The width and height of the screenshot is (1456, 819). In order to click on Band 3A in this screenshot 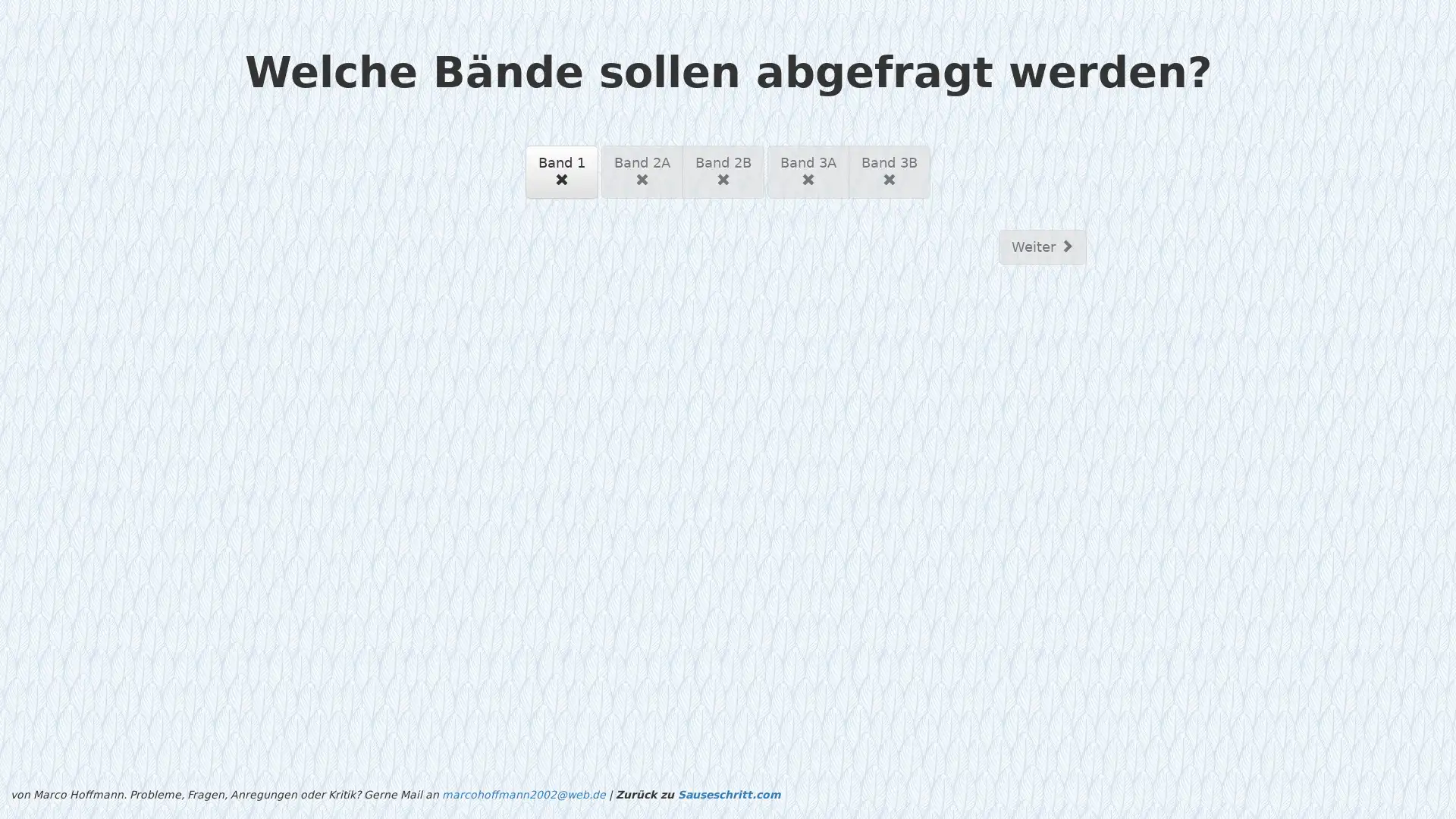, I will do `click(807, 171)`.